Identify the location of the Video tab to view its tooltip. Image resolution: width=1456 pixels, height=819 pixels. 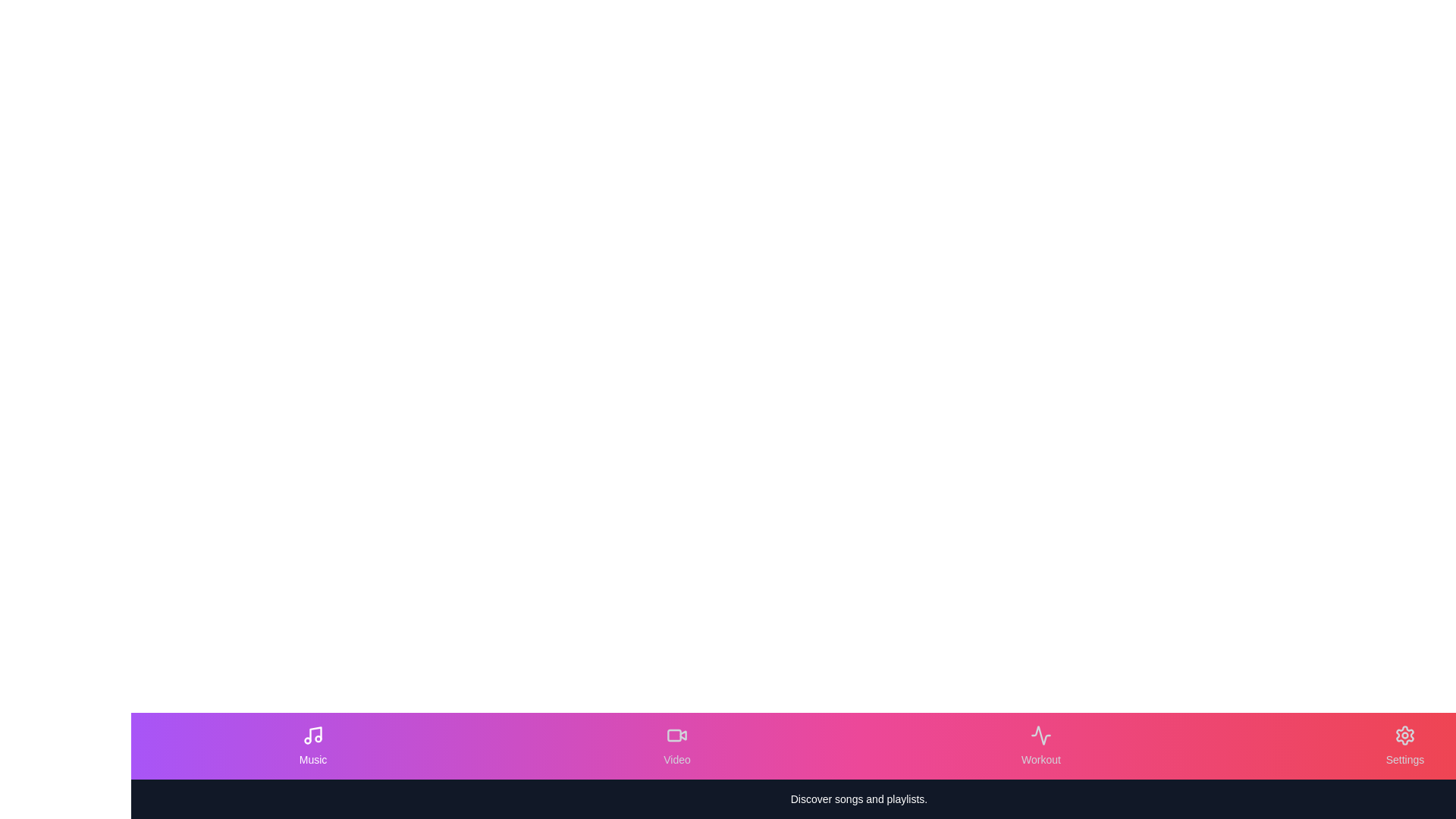
(676, 745).